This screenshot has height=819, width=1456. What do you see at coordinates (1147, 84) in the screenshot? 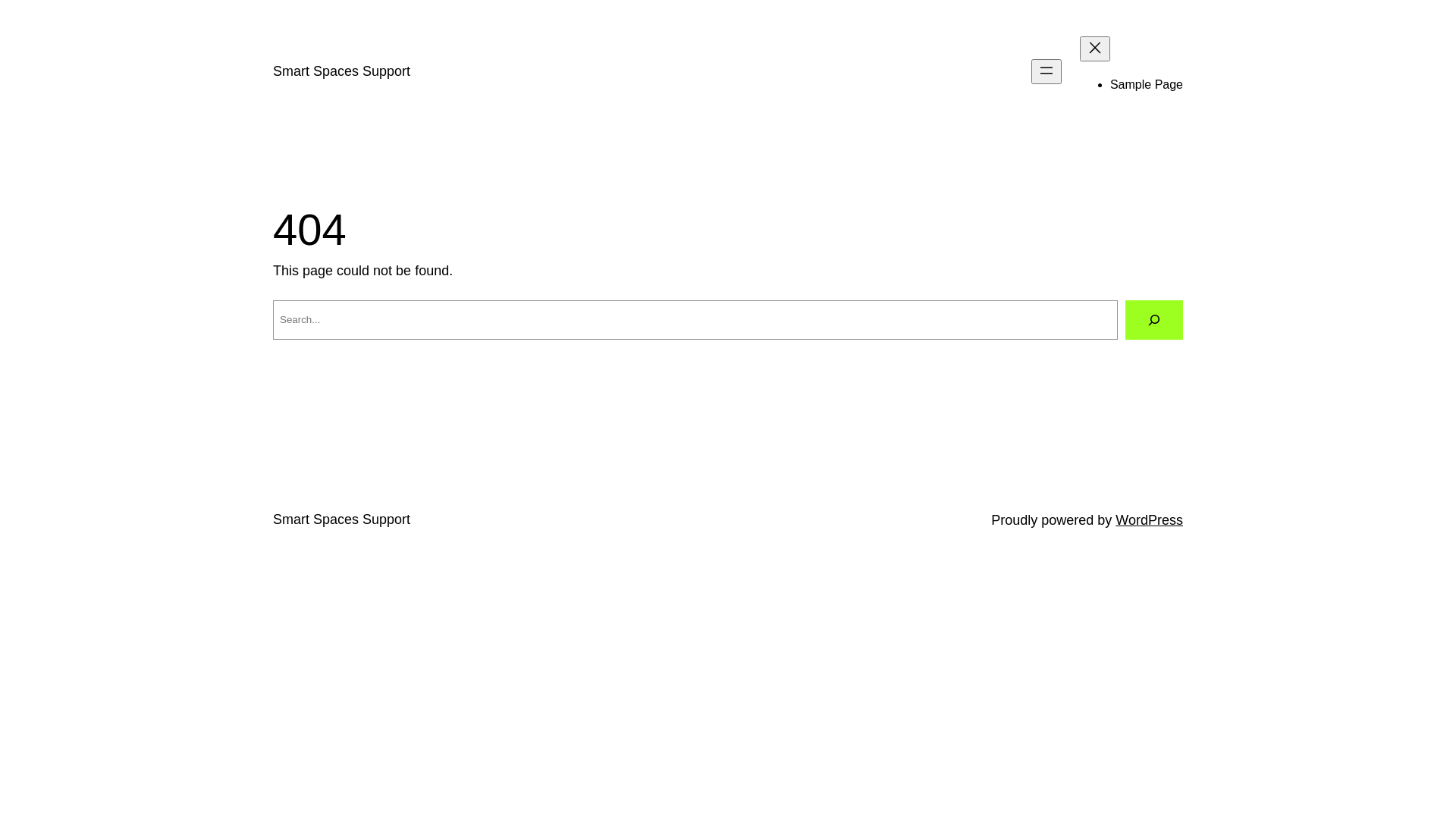
I see `'Sample Page'` at bounding box center [1147, 84].